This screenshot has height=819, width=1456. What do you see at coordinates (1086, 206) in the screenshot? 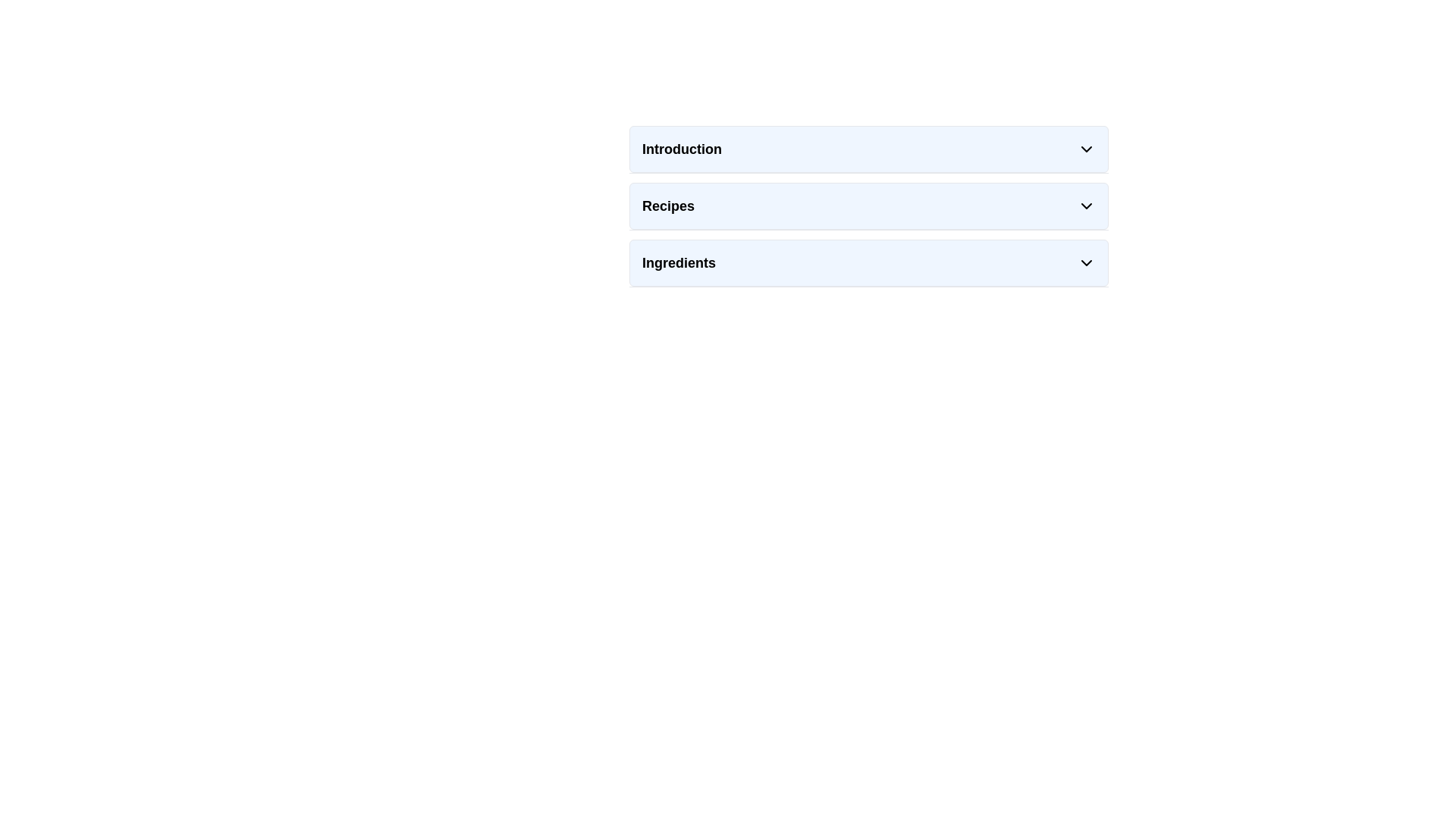
I see `the downward-pointing chevron icon with a thin, rounded black stroke, located at the far right end inside the 'Recipes' button to trigger a tooltip` at bounding box center [1086, 206].